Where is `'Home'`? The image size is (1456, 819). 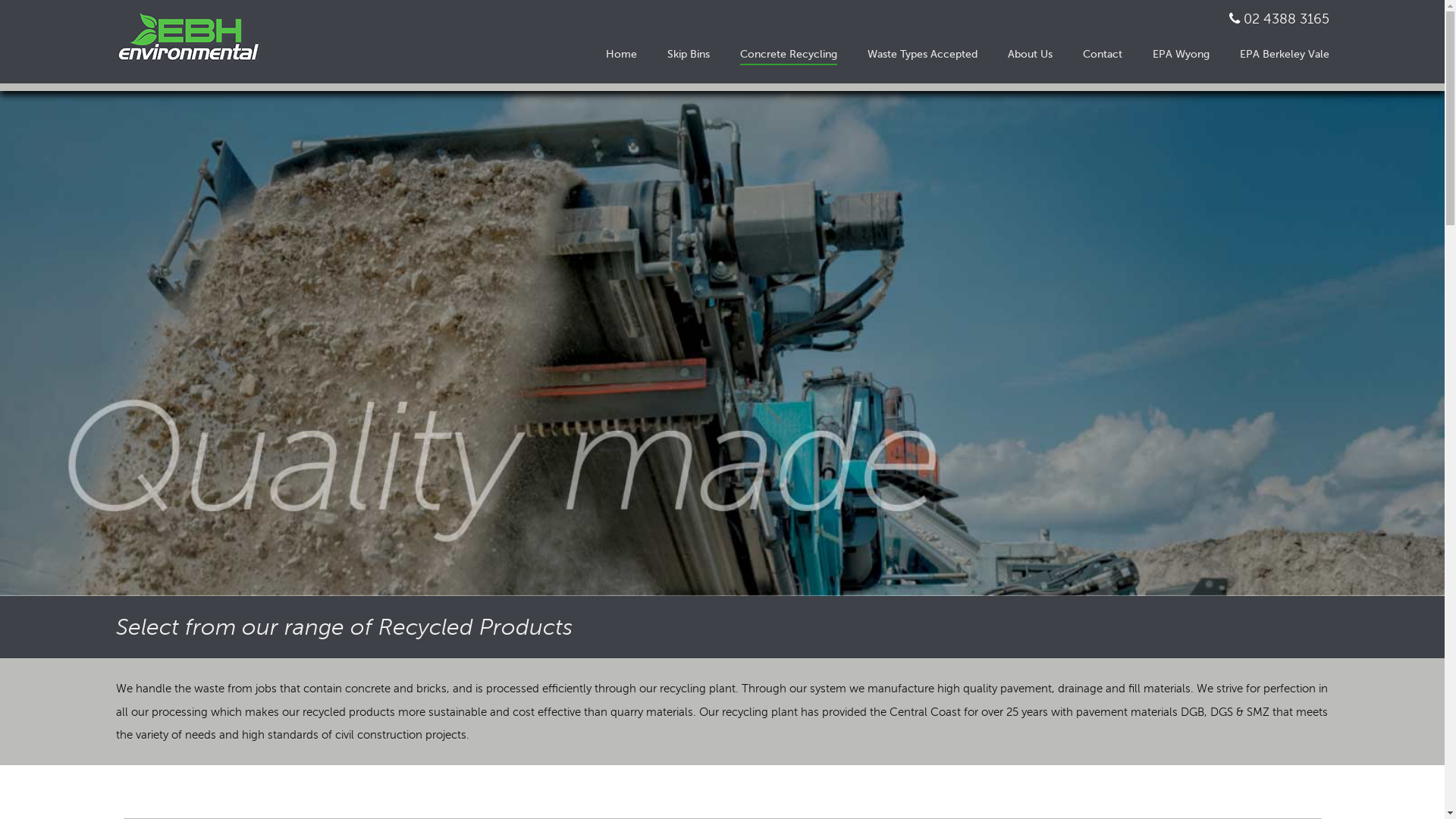
'Home' is located at coordinates (620, 54).